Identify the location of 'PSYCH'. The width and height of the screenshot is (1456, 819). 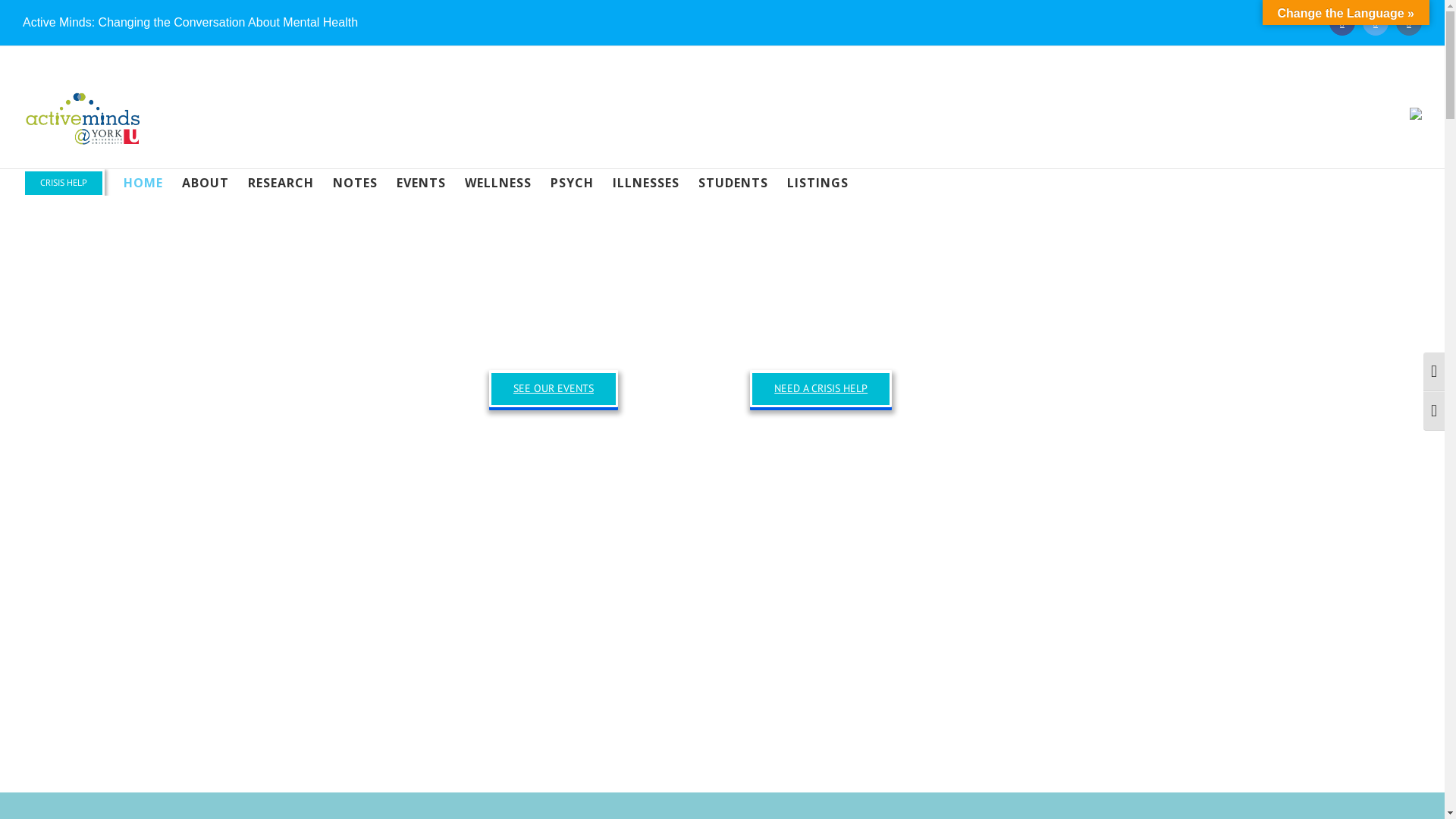
(571, 181).